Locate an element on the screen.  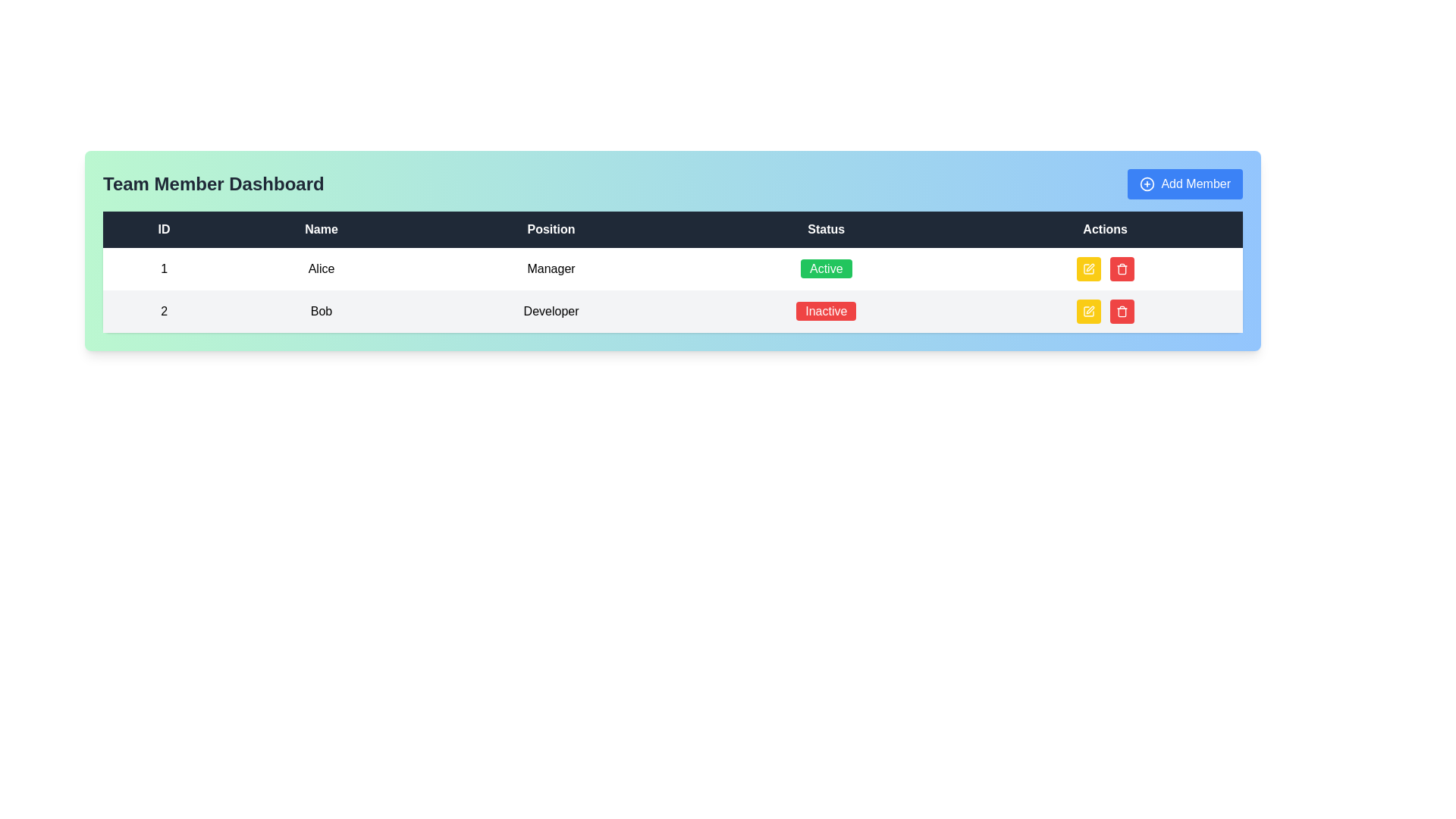
the edit button located in the second row of the table under the 'Actions' column is located at coordinates (1087, 311).